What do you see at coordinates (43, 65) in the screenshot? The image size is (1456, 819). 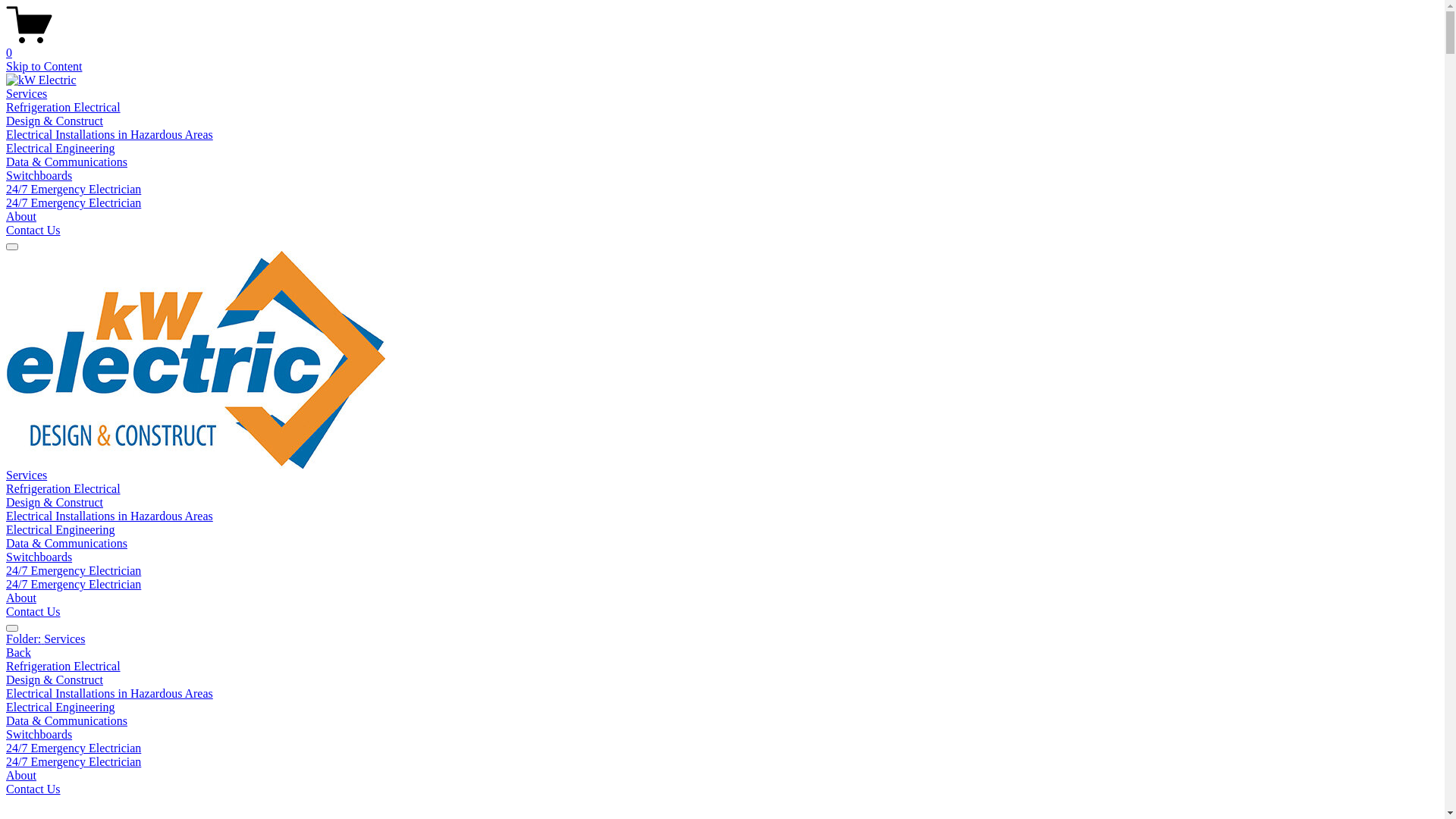 I see `'Skip to Content'` at bounding box center [43, 65].